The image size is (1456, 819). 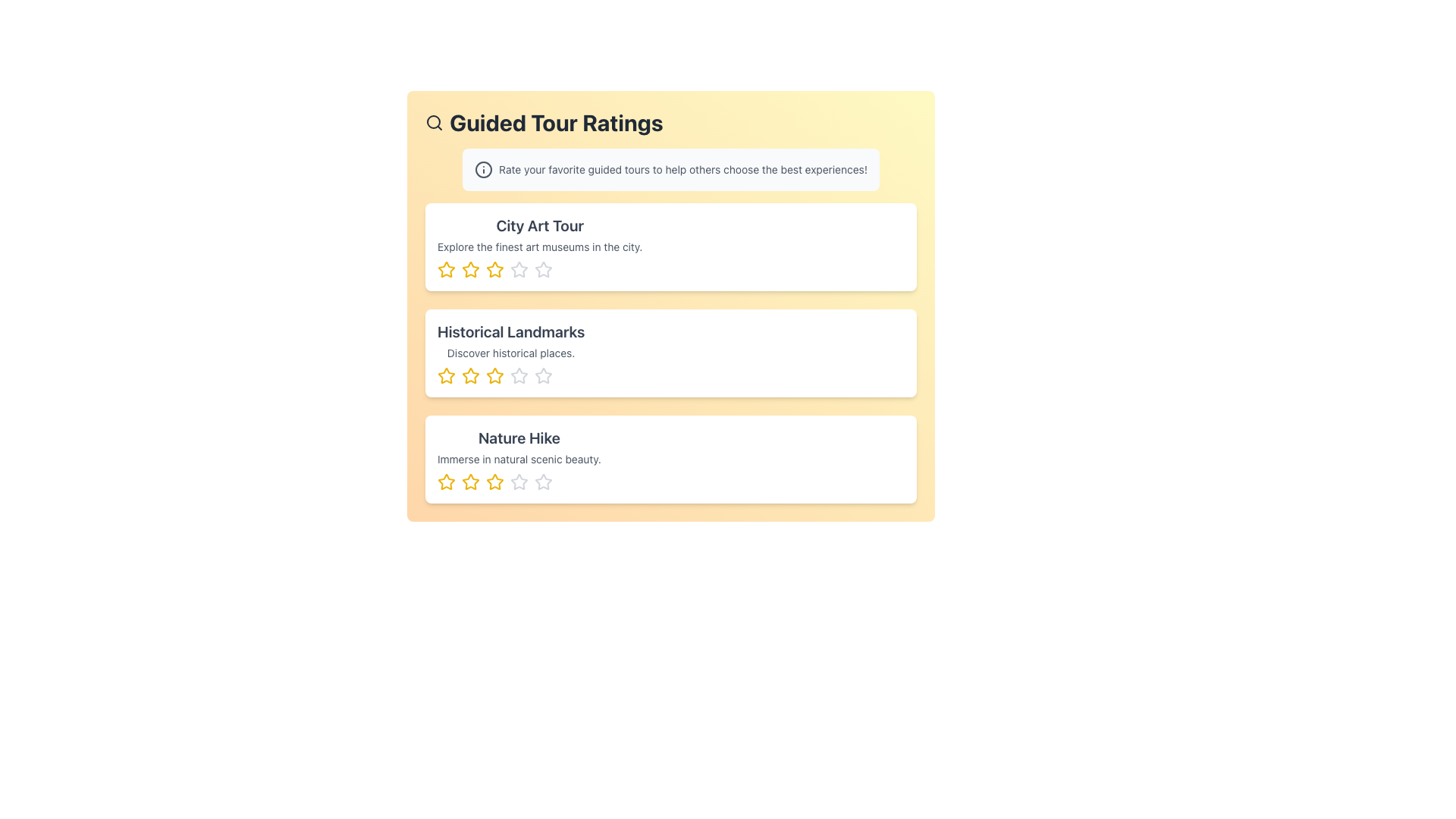 What do you see at coordinates (446, 268) in the screenshot?
I see `the first interactive rating star with a hollow center and yellow outline in the 'City Art Tour' section` at bounding box center [446, 268].